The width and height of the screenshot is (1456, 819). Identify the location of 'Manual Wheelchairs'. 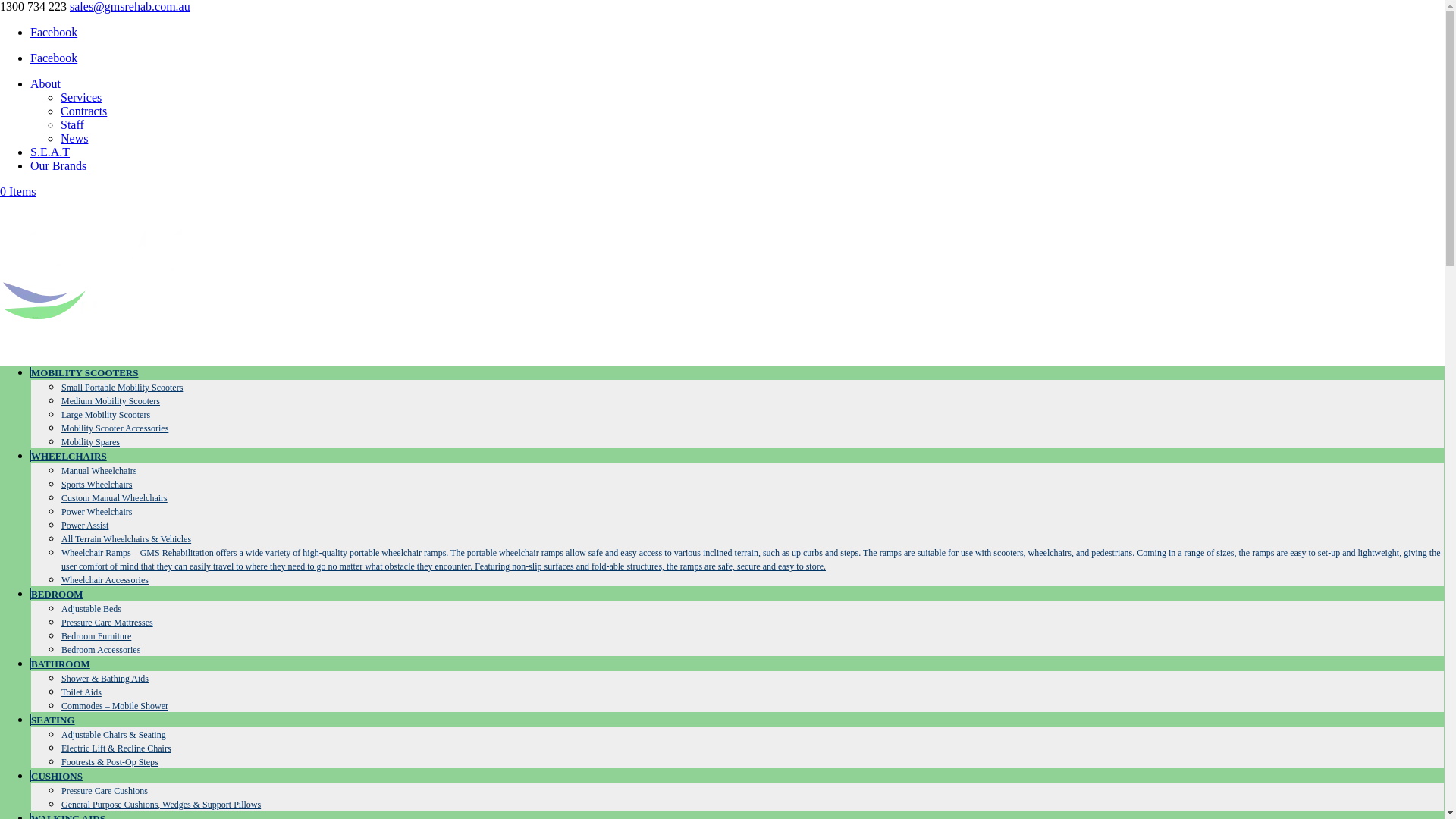
(98, 470).